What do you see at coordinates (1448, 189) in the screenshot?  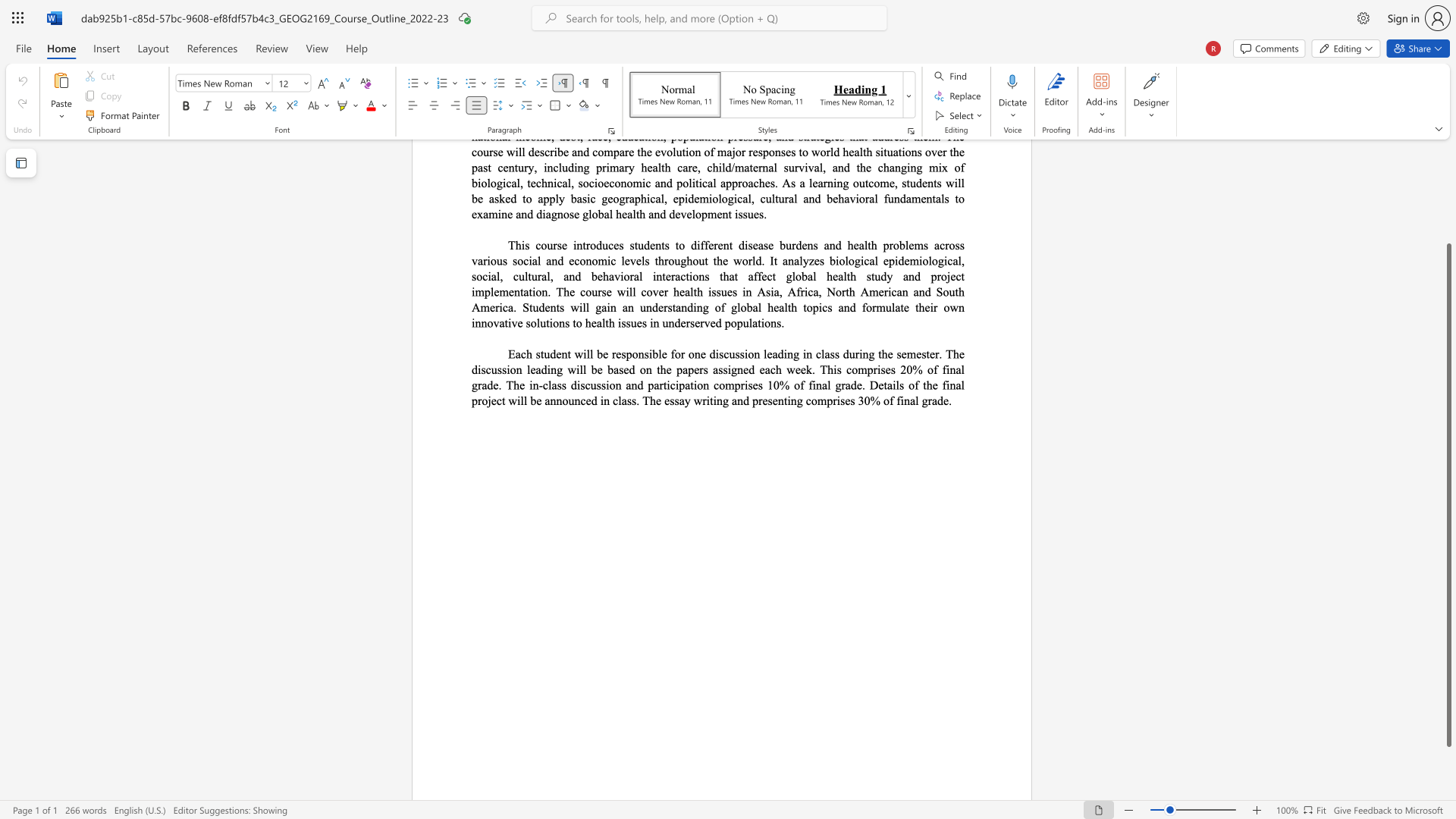 I see `the scrollbar` at bounding box center [1448, 189].